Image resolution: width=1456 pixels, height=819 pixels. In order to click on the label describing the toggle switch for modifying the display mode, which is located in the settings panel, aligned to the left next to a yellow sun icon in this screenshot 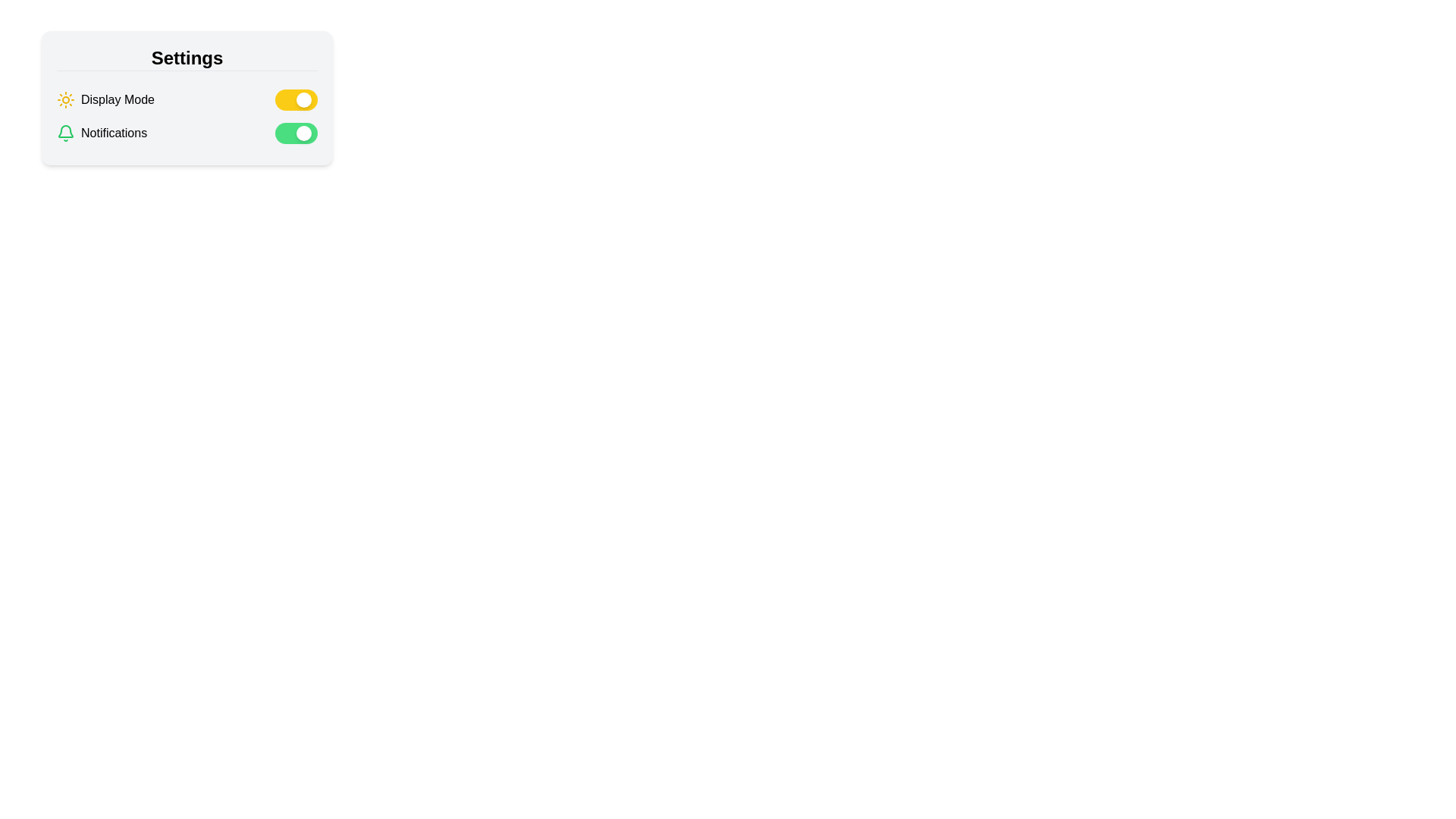, I will do `click(117, 99)`.